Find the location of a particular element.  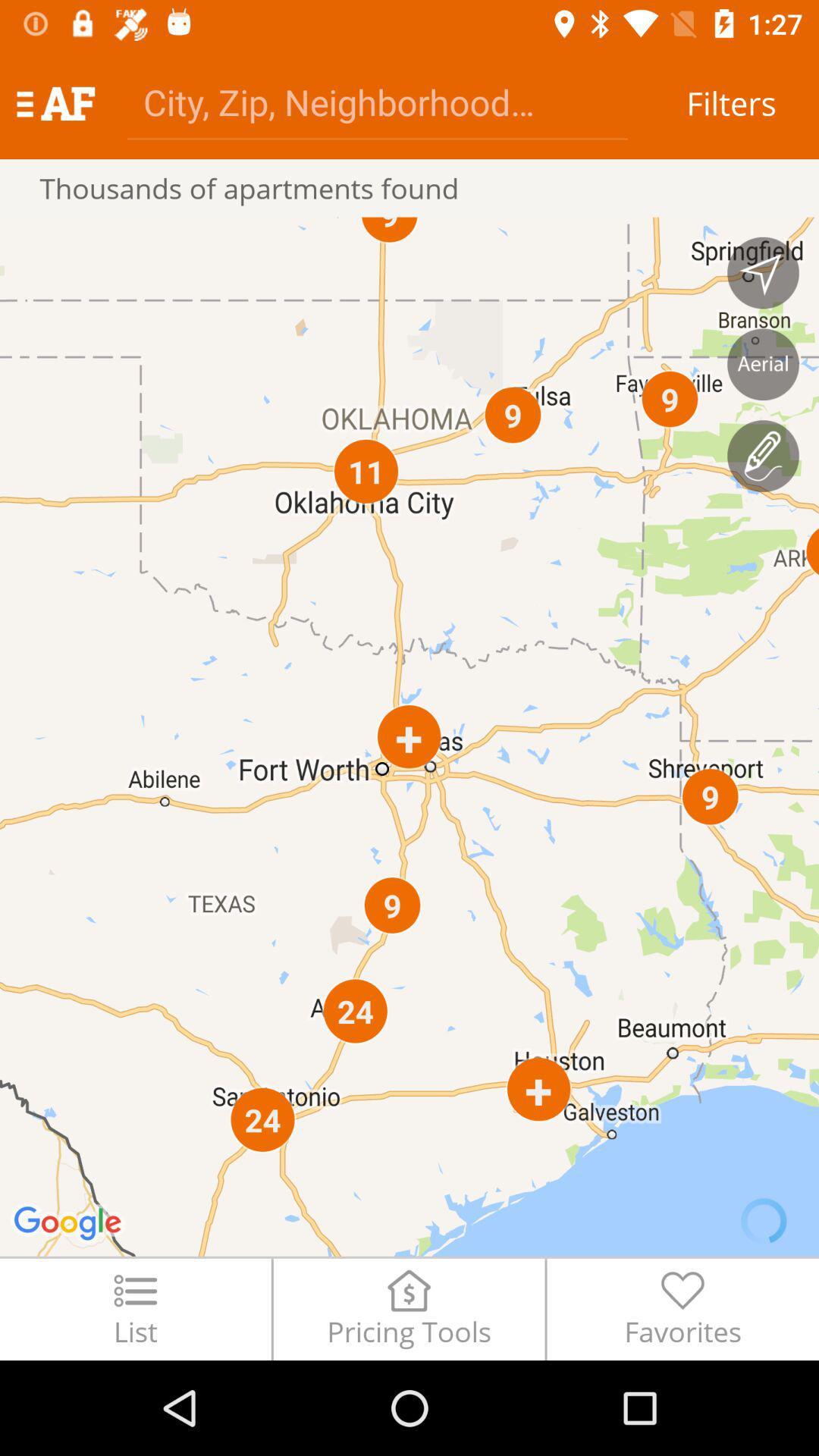

address is located at coordinates (376, 101).